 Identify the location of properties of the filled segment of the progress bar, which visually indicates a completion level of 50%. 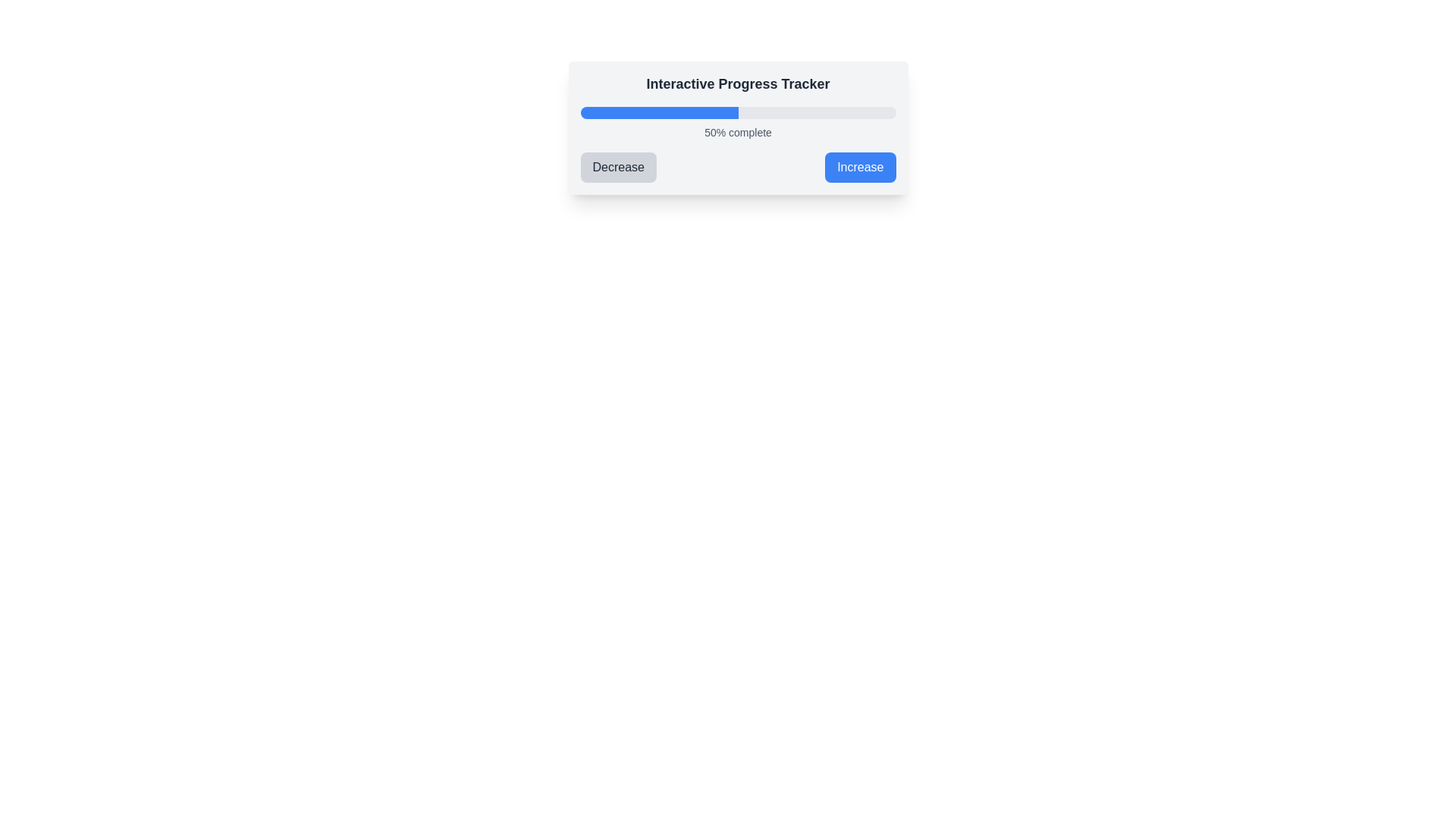
(659, 112).